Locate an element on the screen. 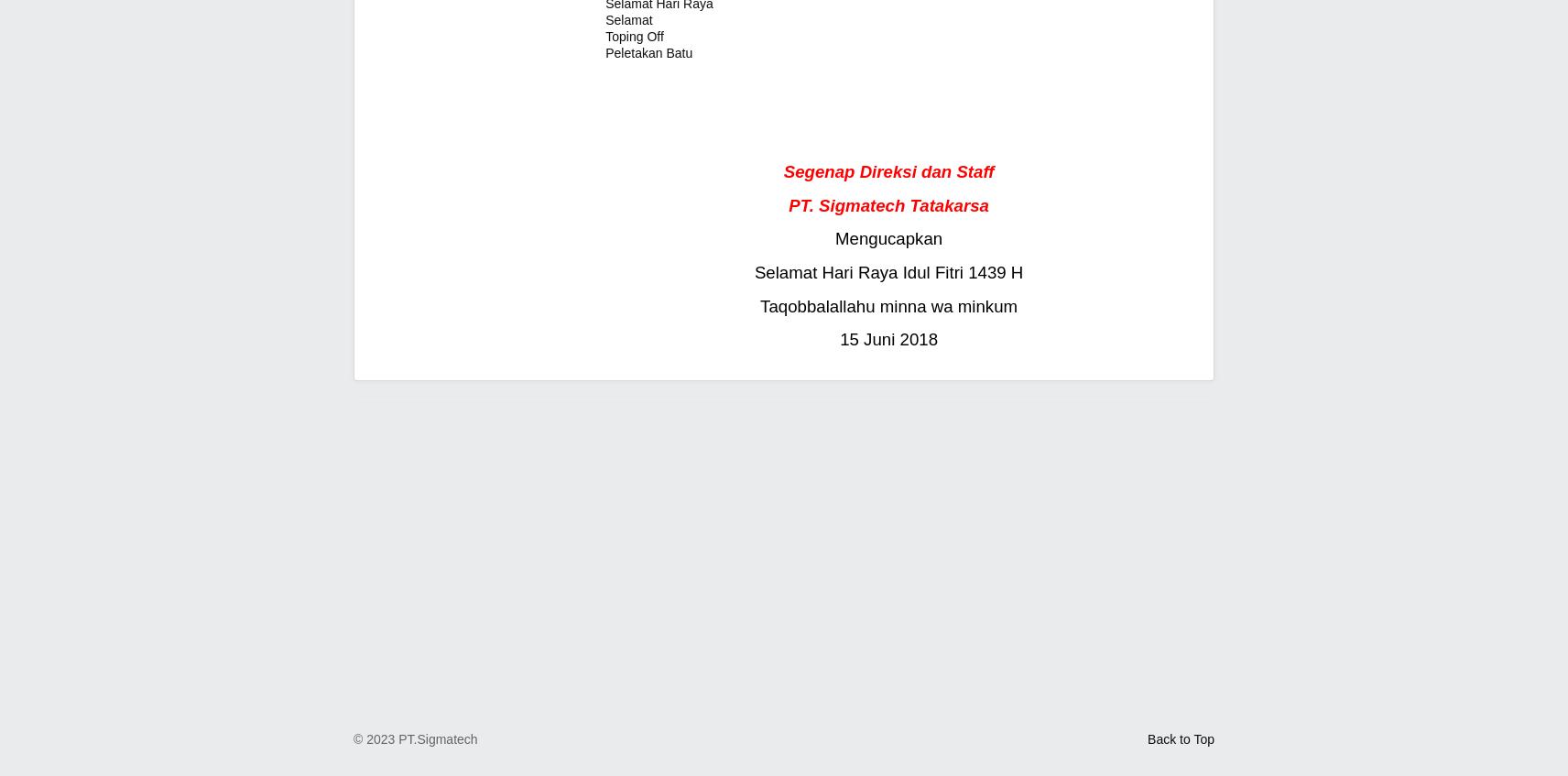  'Mengucapkan' is located at coordinates (887, 237).